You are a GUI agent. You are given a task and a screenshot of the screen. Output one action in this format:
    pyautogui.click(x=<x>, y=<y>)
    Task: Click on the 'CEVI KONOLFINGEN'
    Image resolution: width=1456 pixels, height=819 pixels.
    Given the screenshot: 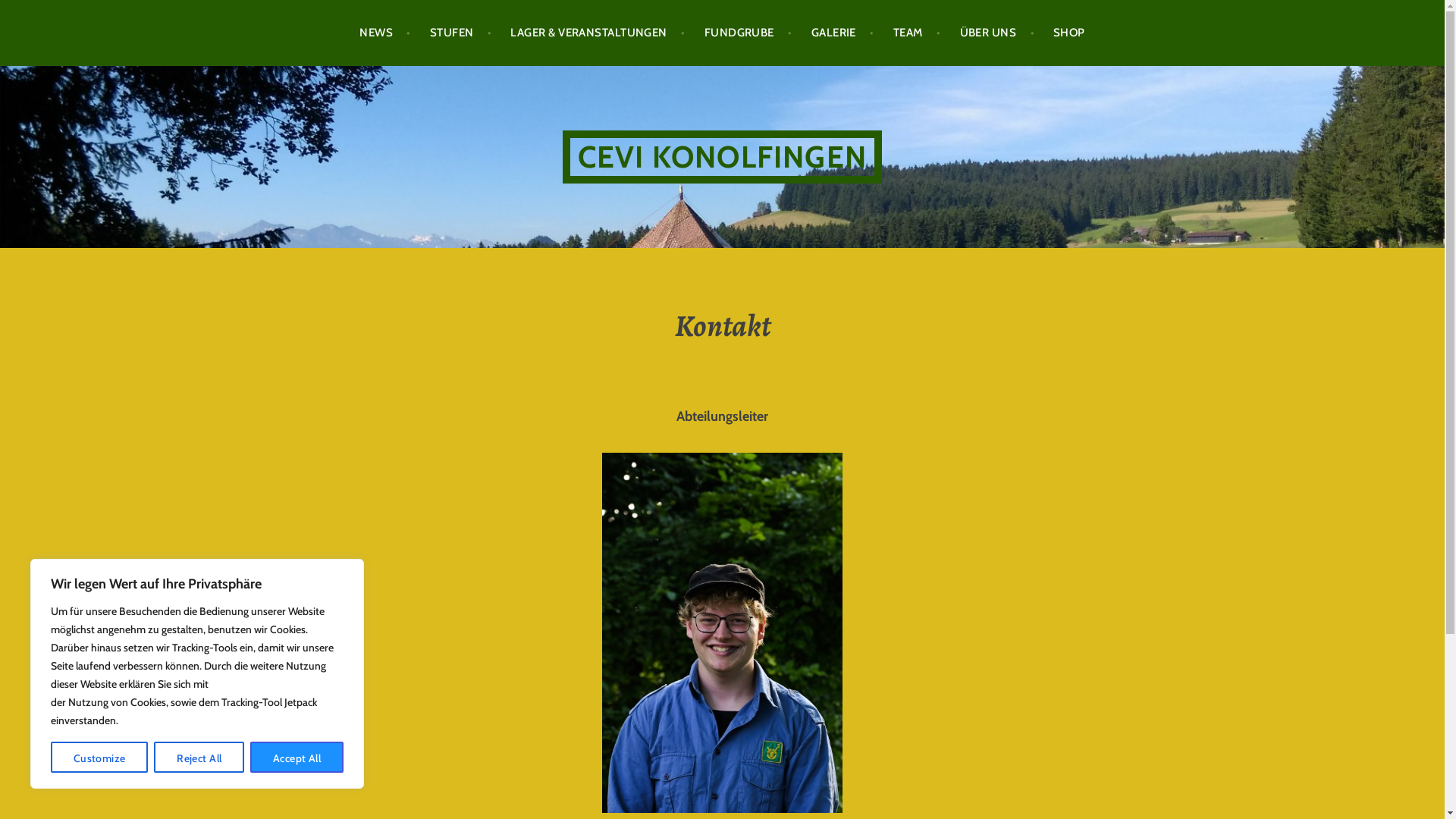 What is the action you would take?
    pyautogui.click(x=721, y=157)
    